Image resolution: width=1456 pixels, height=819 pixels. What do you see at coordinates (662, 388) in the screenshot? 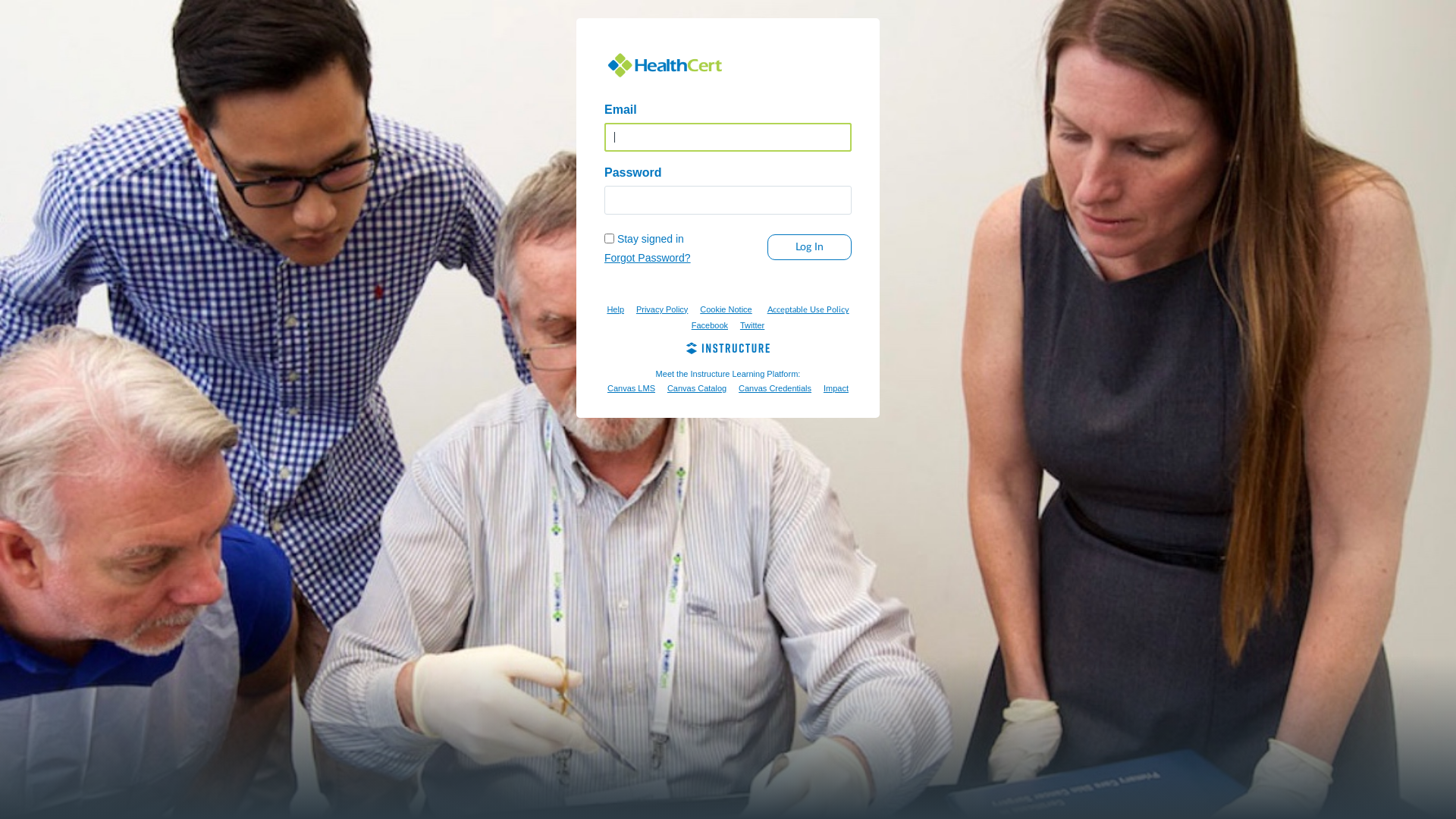
I see `'Canvas Catalog'` at bounding box center [662, 388].